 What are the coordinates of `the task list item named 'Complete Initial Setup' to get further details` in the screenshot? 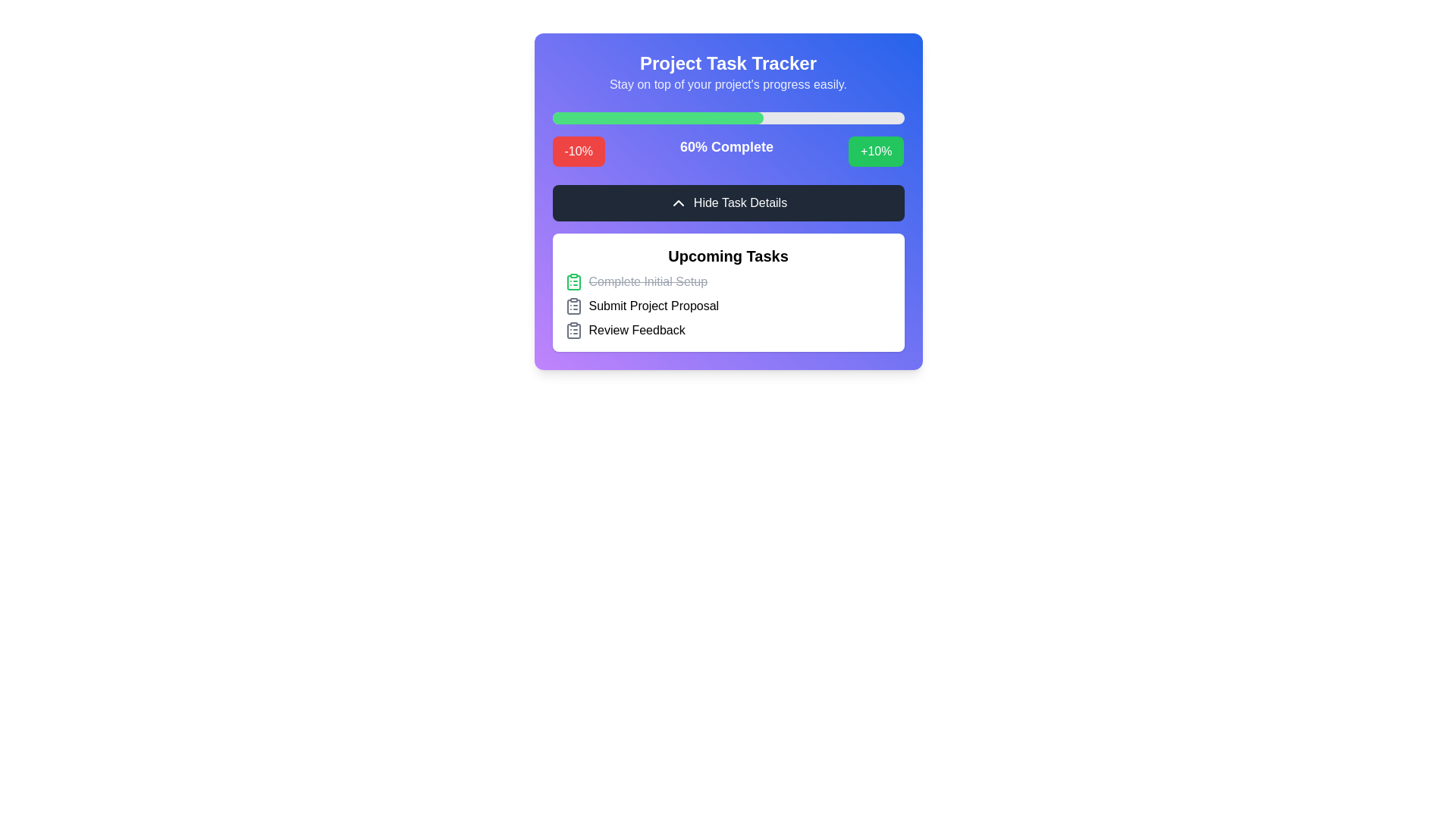 It's located at (728, 281).